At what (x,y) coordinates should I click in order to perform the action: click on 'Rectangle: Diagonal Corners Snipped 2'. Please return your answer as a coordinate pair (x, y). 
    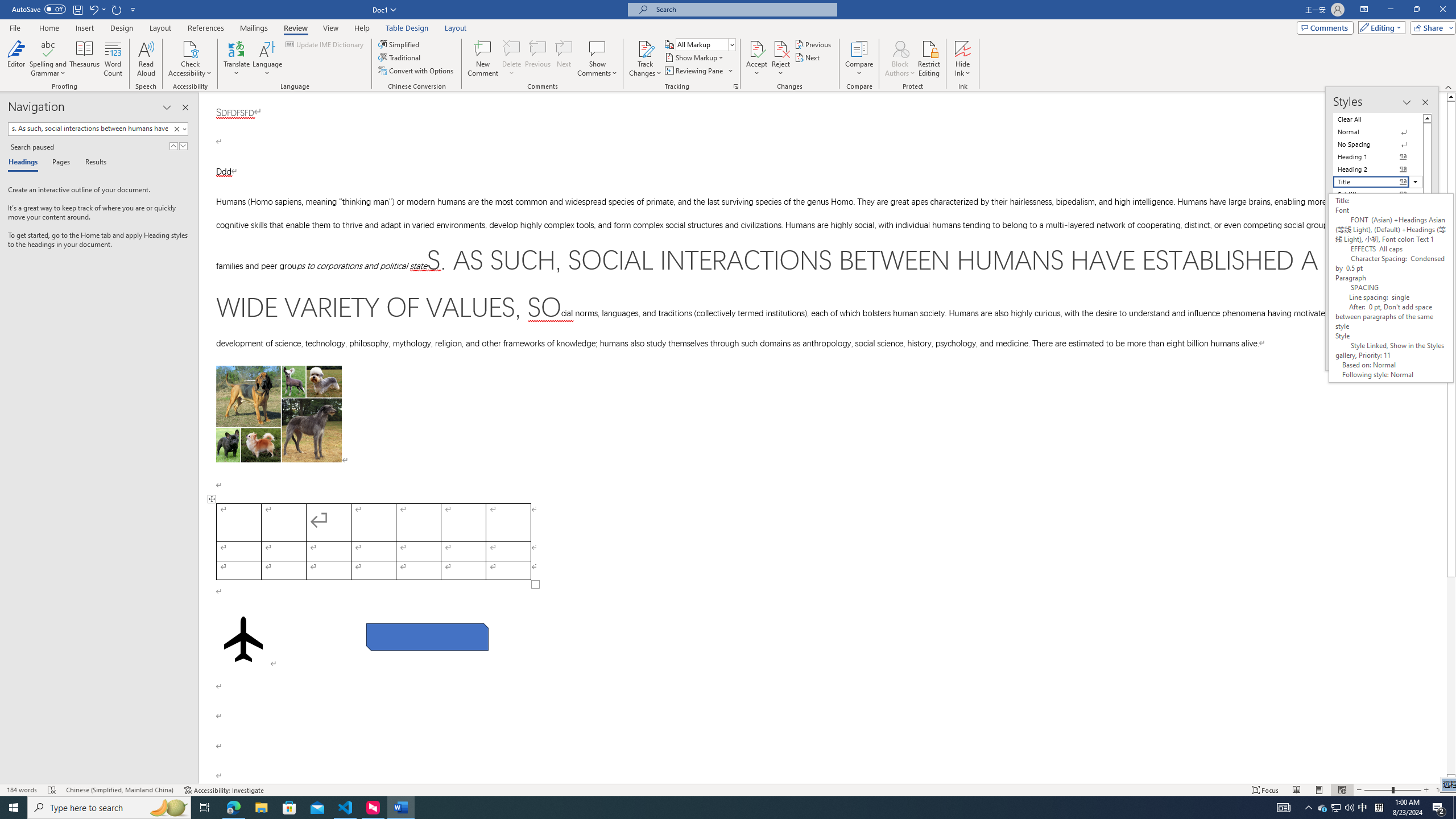
    Looking at the image, I should click on (427, 636).